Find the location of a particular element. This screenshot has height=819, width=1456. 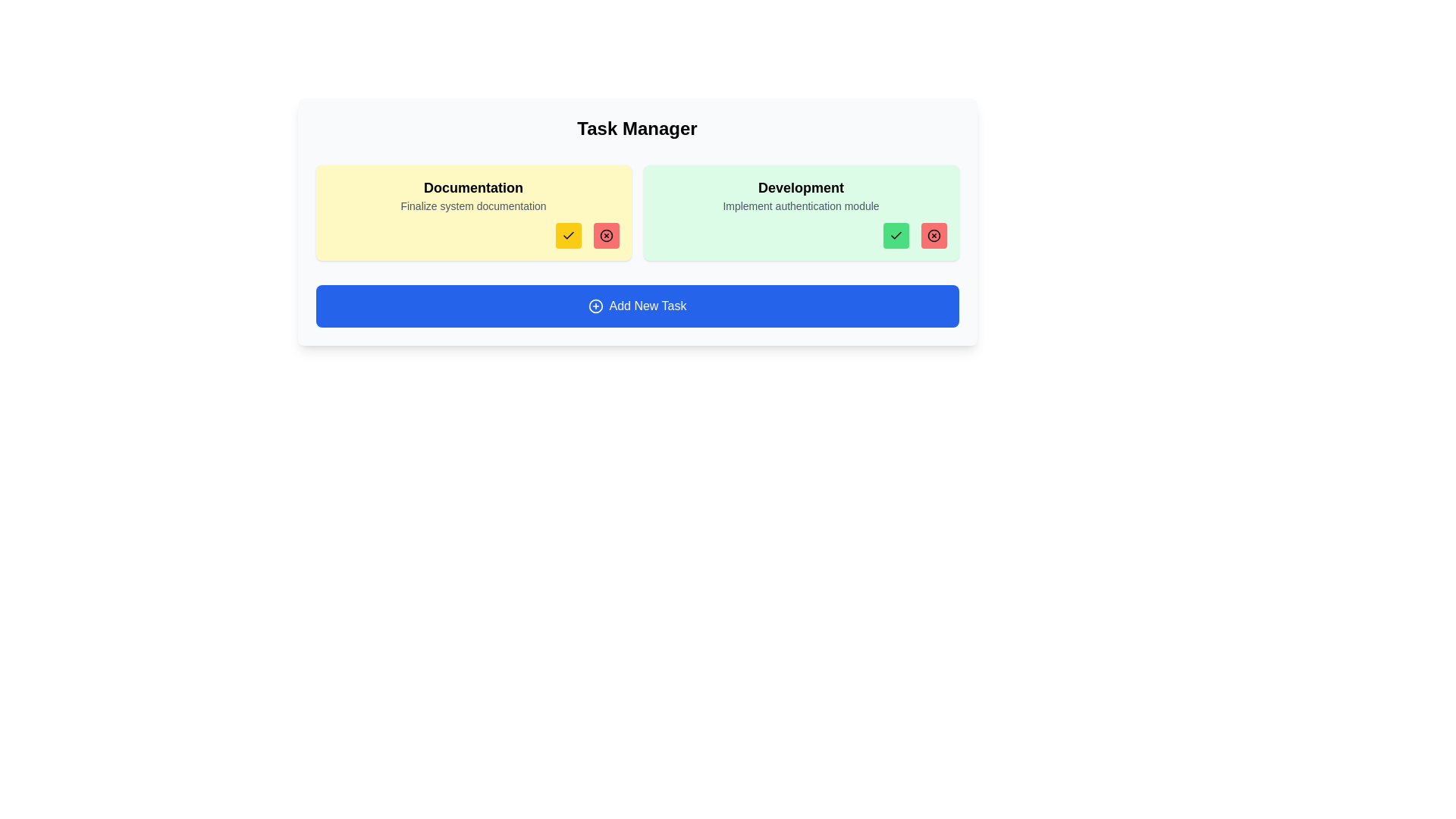

text label displaying 'Implement authentication module' which is centrally aligned below the 'Development' label in a light green background is located at coordinates (800, 206).